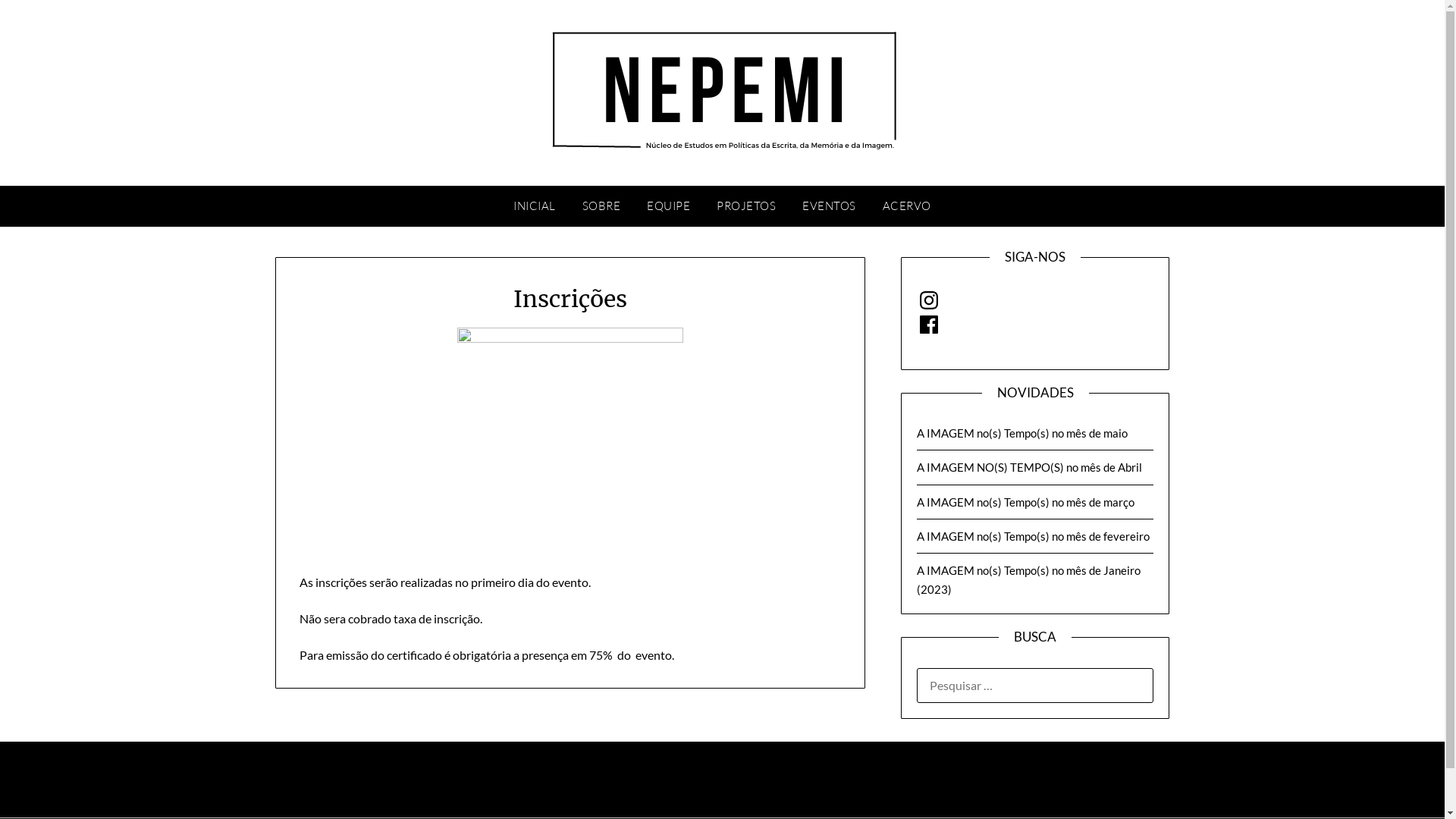 Image resolution: width=1456 pixels, height=819 pixels. Describe the element at coordinates (535, 206) in the screenshot. I see `'INICIAL'` at that location.